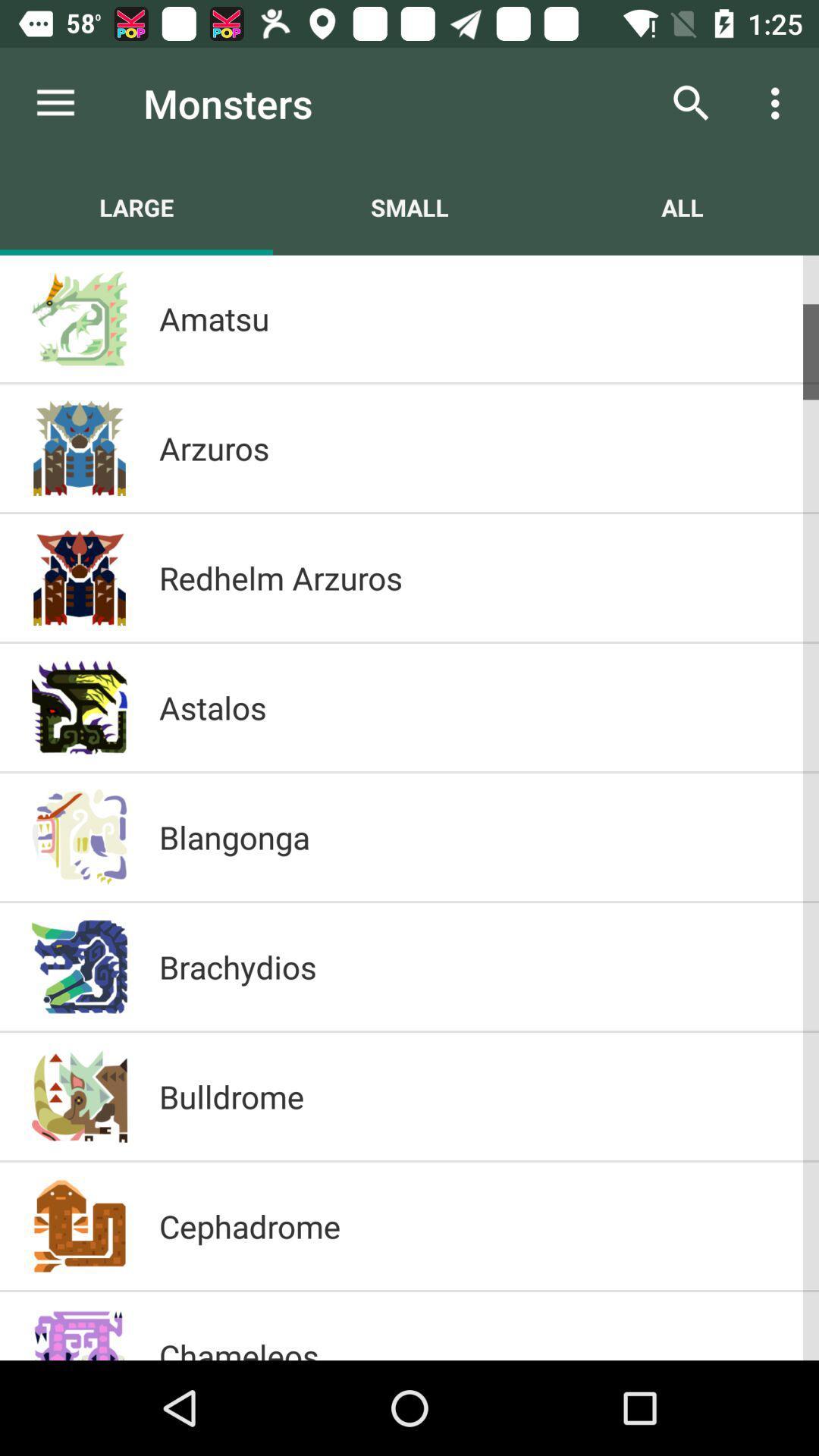  Describe the element at coordinates (691, 102) in the screenshot. I see `app above the all item` at that location.